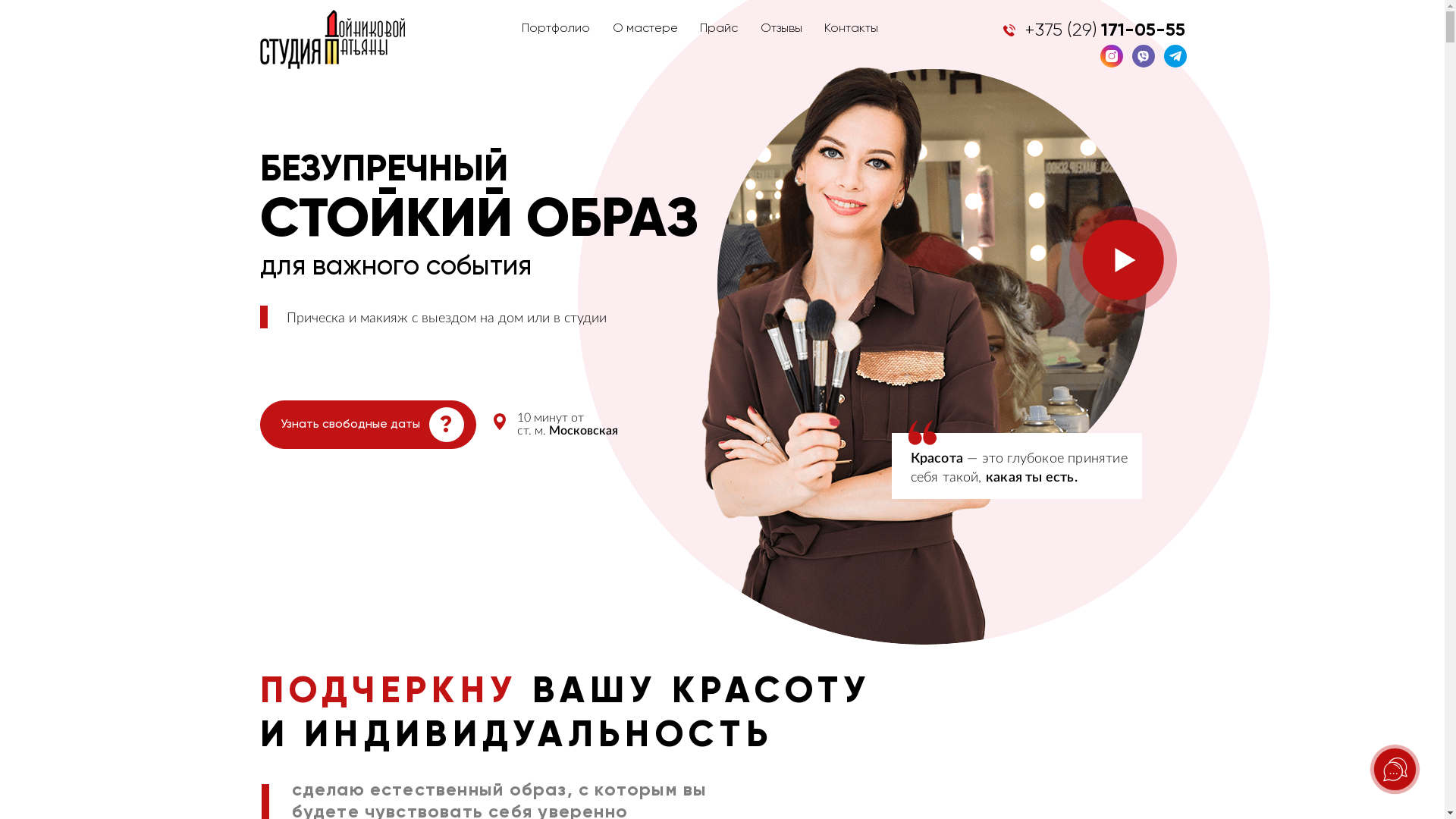  I want to click on 'Viber', so click(1143, 55).